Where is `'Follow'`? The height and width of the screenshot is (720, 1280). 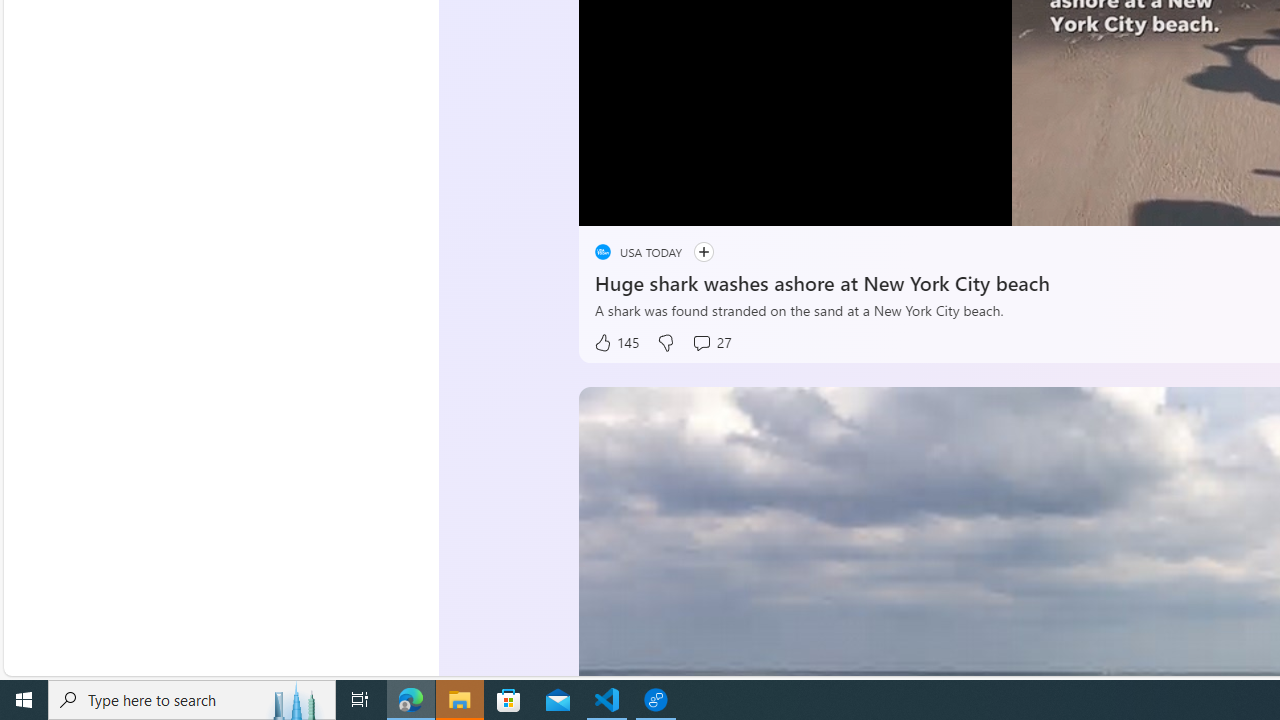 'Follow' is located at coordinates (703, 251).